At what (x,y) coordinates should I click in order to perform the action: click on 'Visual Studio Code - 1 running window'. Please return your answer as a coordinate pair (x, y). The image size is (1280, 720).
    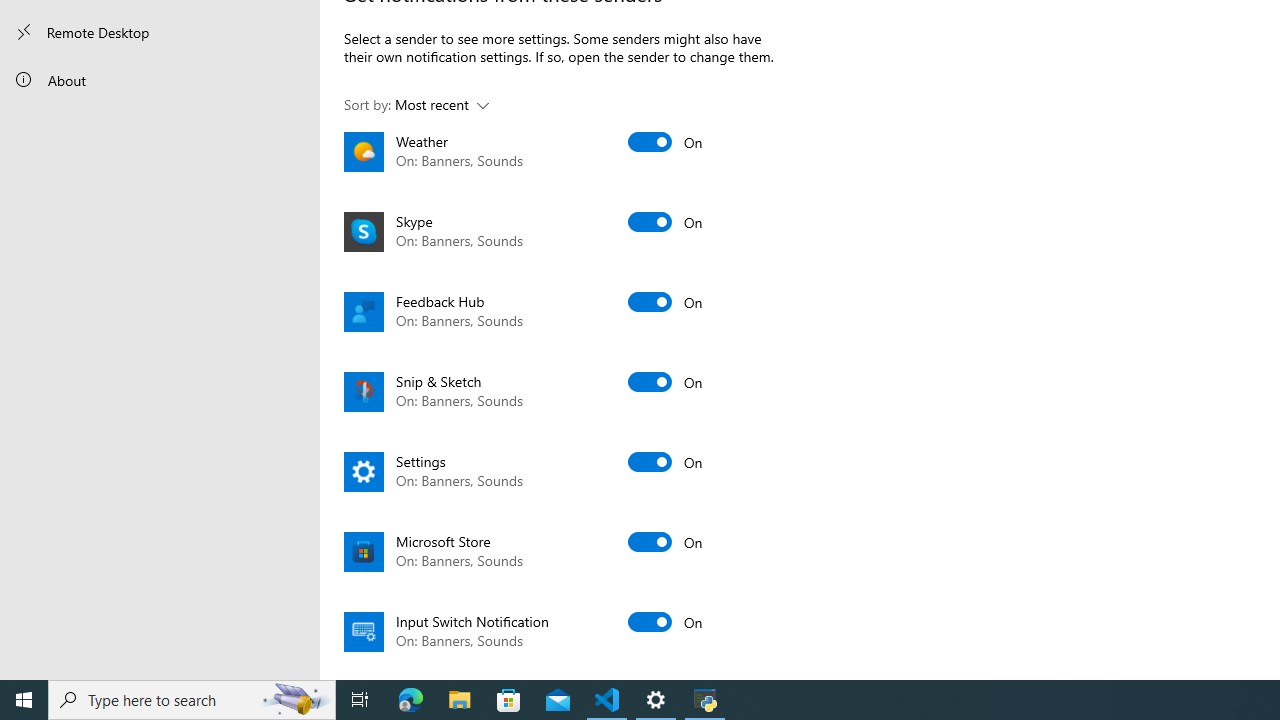
    Looking at the image, I should click on (606, 698).